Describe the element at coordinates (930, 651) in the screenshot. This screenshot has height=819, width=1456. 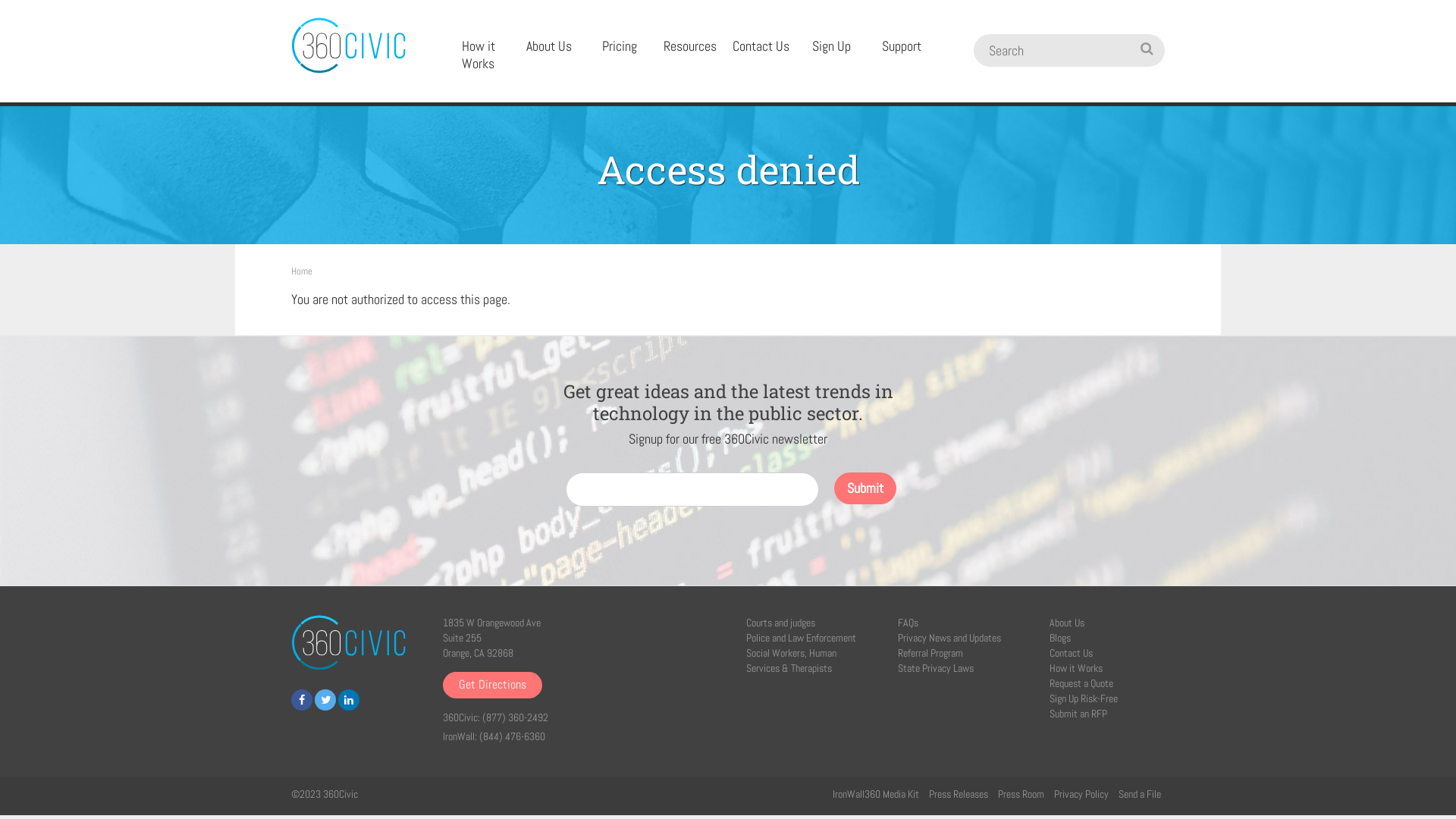
I see `'Referral Program'` at that location.